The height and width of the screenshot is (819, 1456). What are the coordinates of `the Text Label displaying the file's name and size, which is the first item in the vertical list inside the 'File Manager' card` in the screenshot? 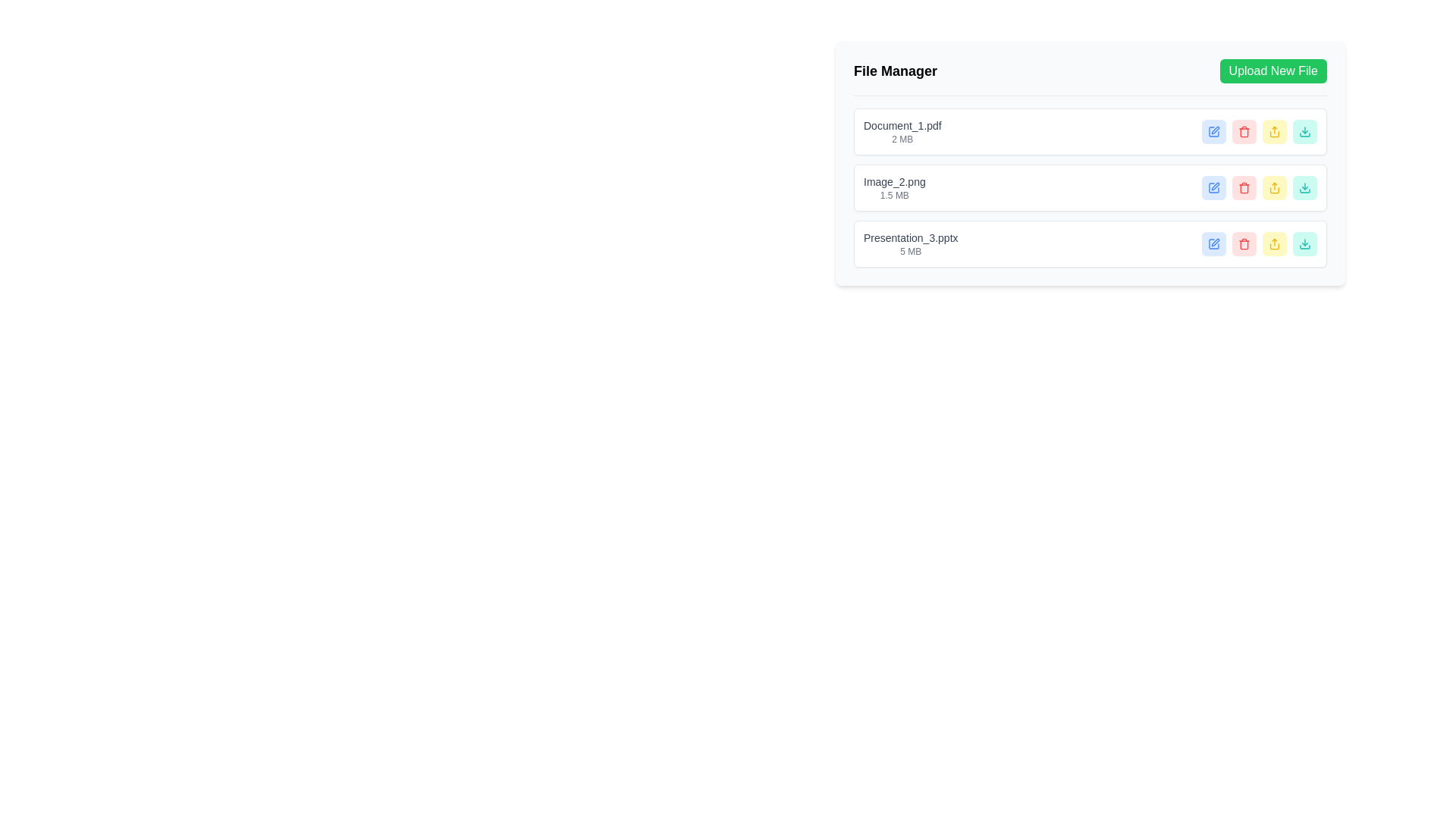 It's located at (902, 130).